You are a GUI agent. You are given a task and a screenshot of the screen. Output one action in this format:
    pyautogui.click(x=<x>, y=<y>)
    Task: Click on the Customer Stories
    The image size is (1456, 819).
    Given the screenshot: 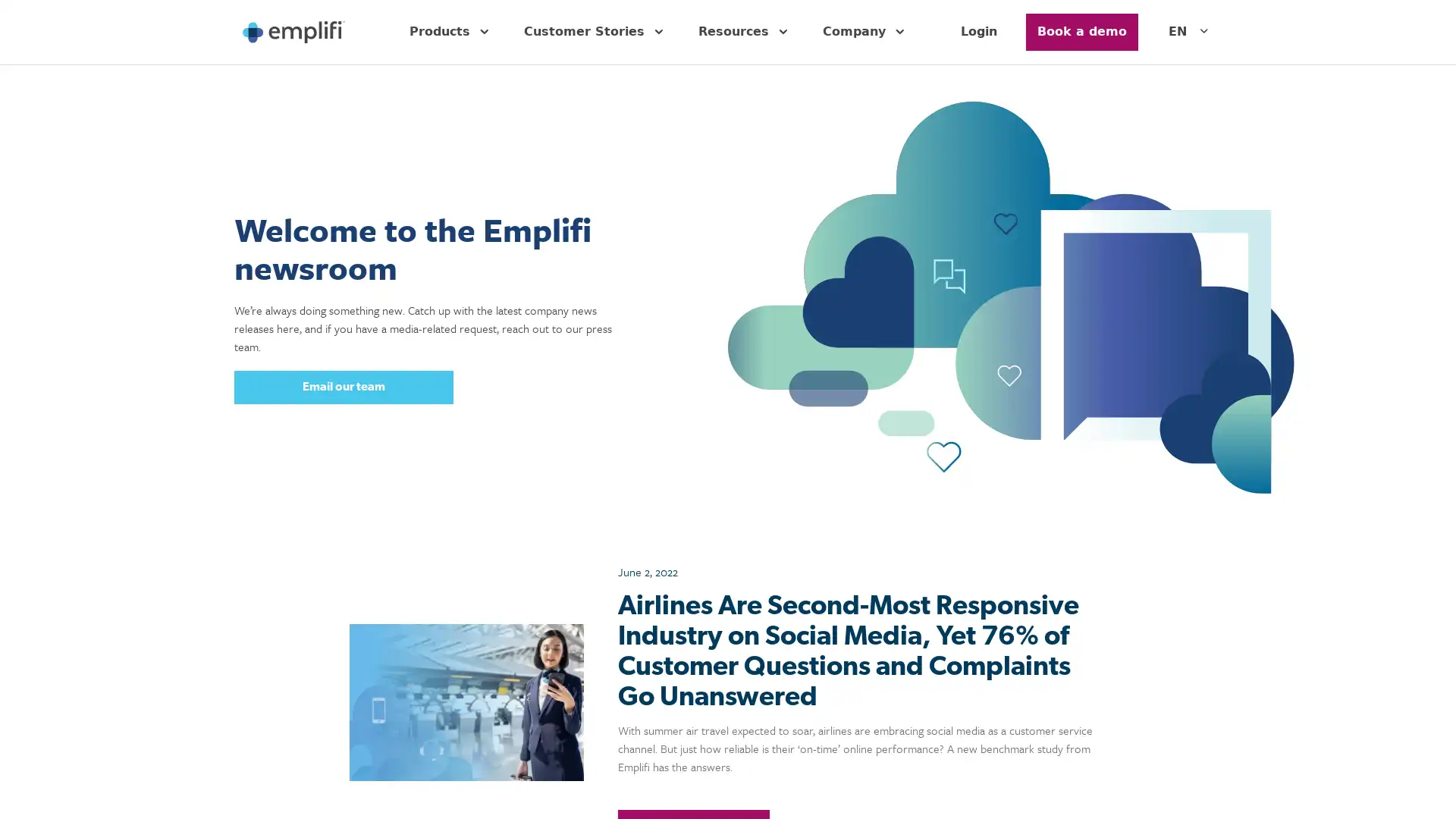 What is the action you would take?
    pyautogui.click(x=595, y=32)
    